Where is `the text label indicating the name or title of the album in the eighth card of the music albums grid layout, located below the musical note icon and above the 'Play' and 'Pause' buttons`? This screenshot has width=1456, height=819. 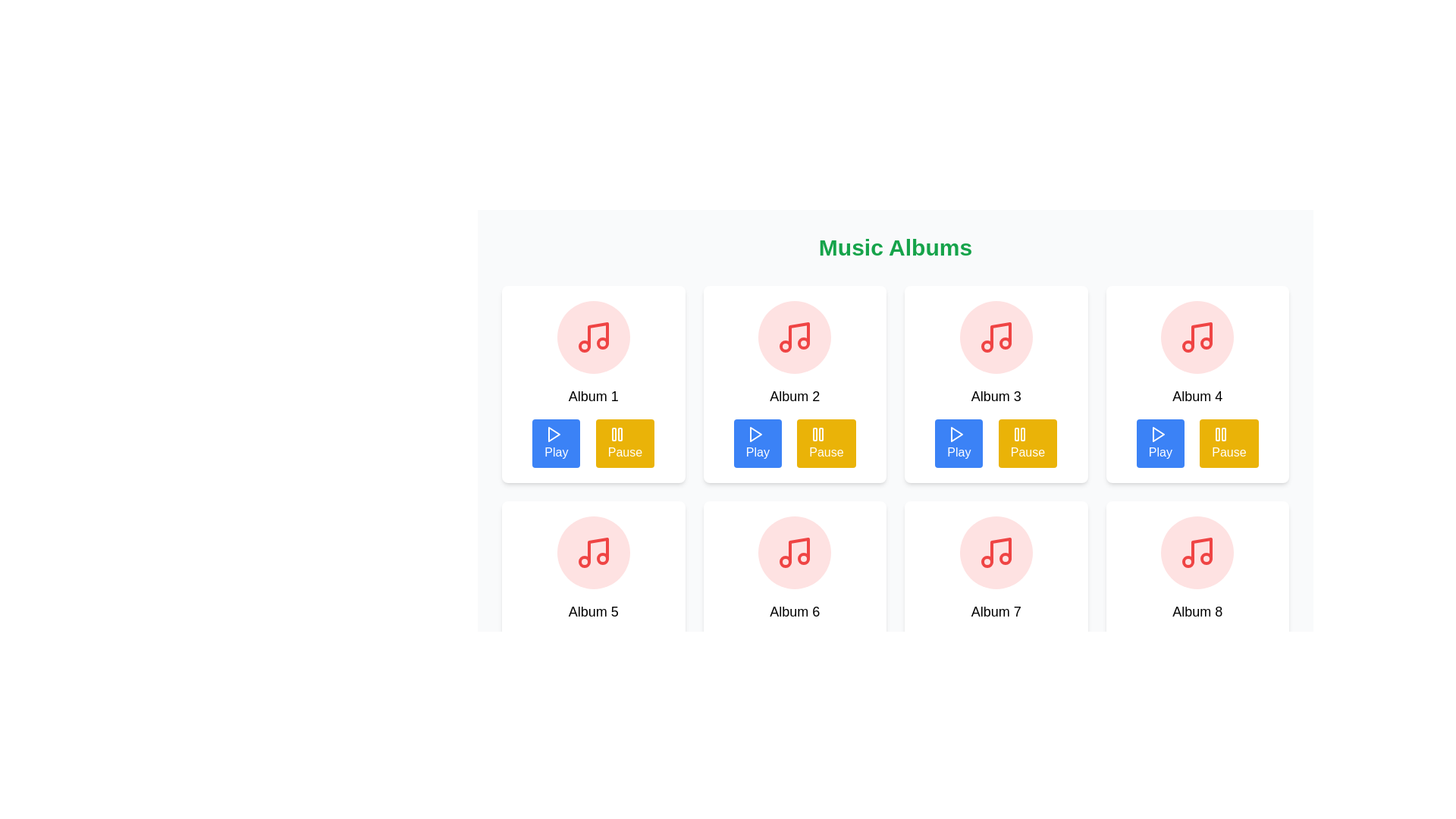 the text label indicating the name or title of the album in the eighth card of the music albums grid layout, located below the musical note icon and above the 'Play' and 'Pause' buttons is located at coordinates (1197, 610).